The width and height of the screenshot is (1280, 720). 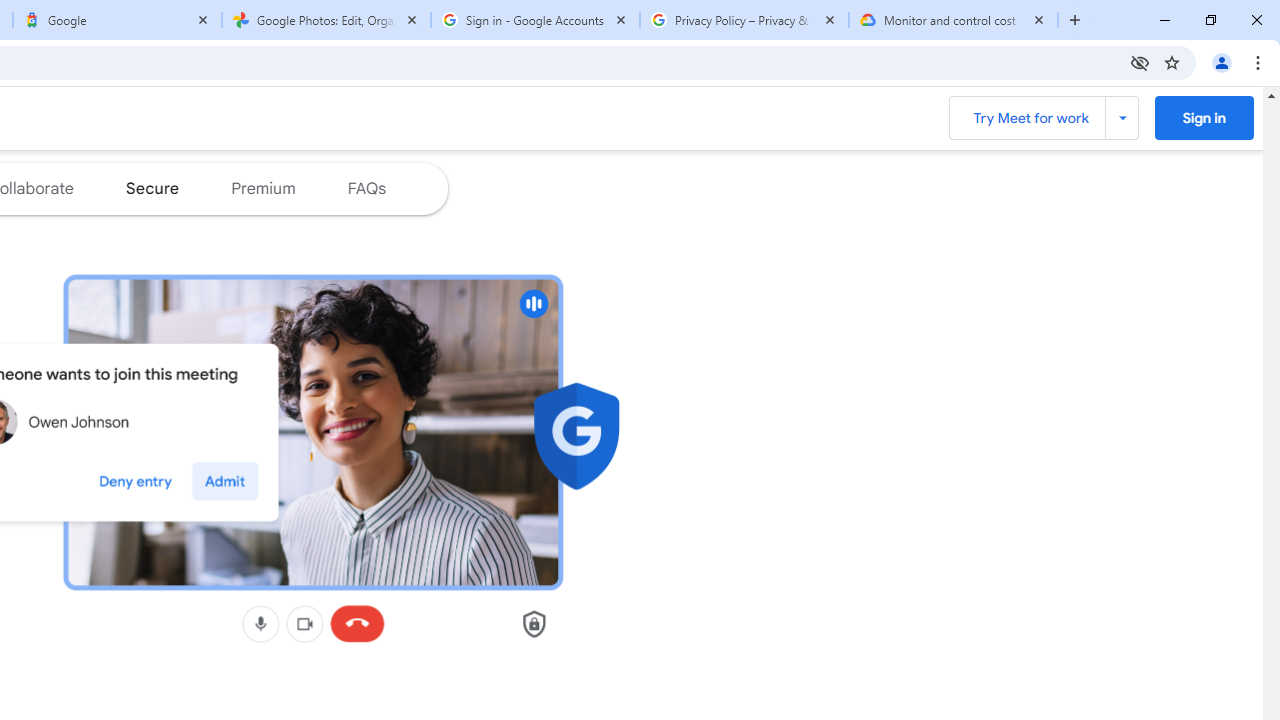 I want to click on 'Sign into Google Meet ', so click(x=1203, y=117).